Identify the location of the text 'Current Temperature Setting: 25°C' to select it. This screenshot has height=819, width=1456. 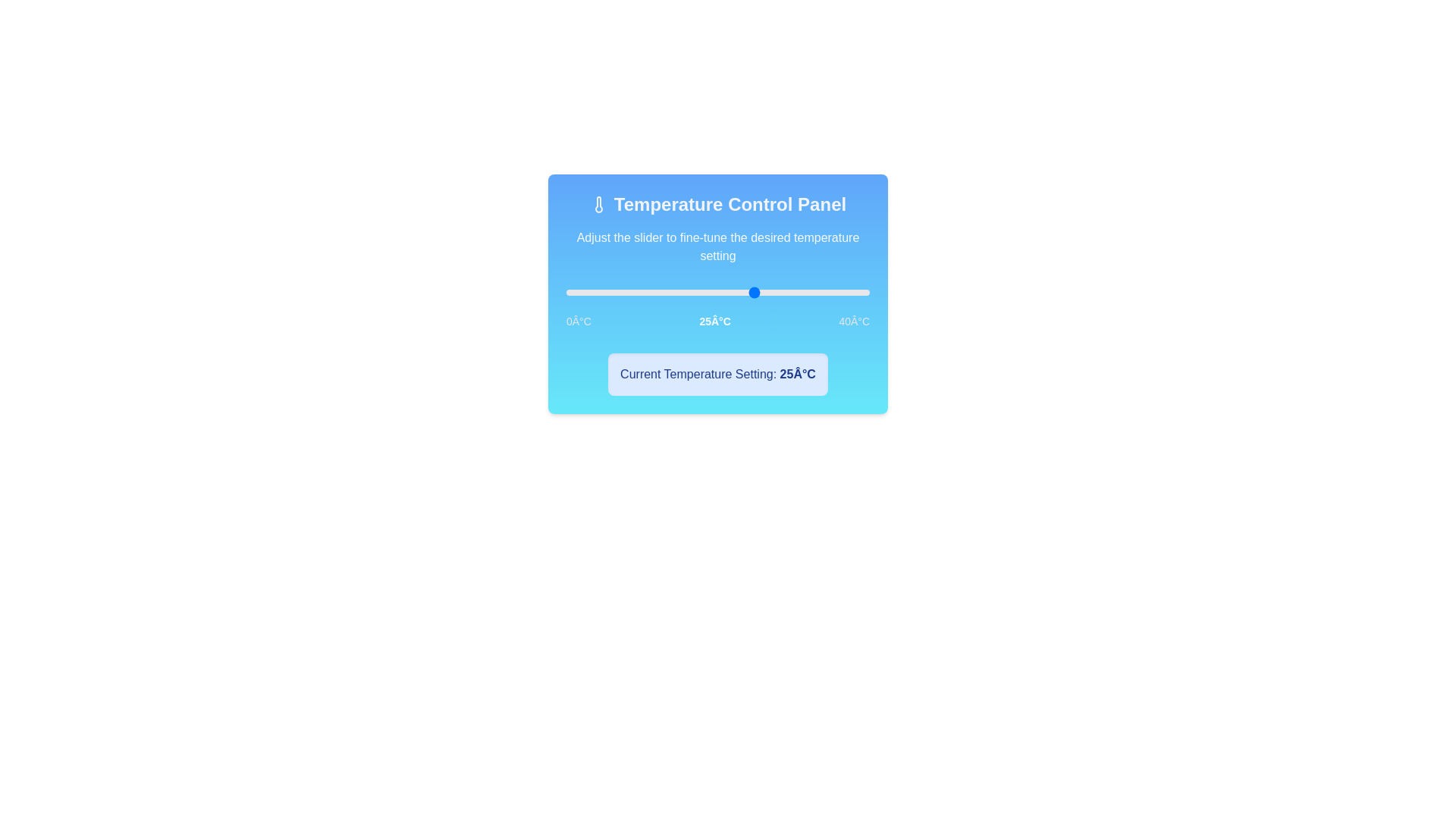
(717, 374).